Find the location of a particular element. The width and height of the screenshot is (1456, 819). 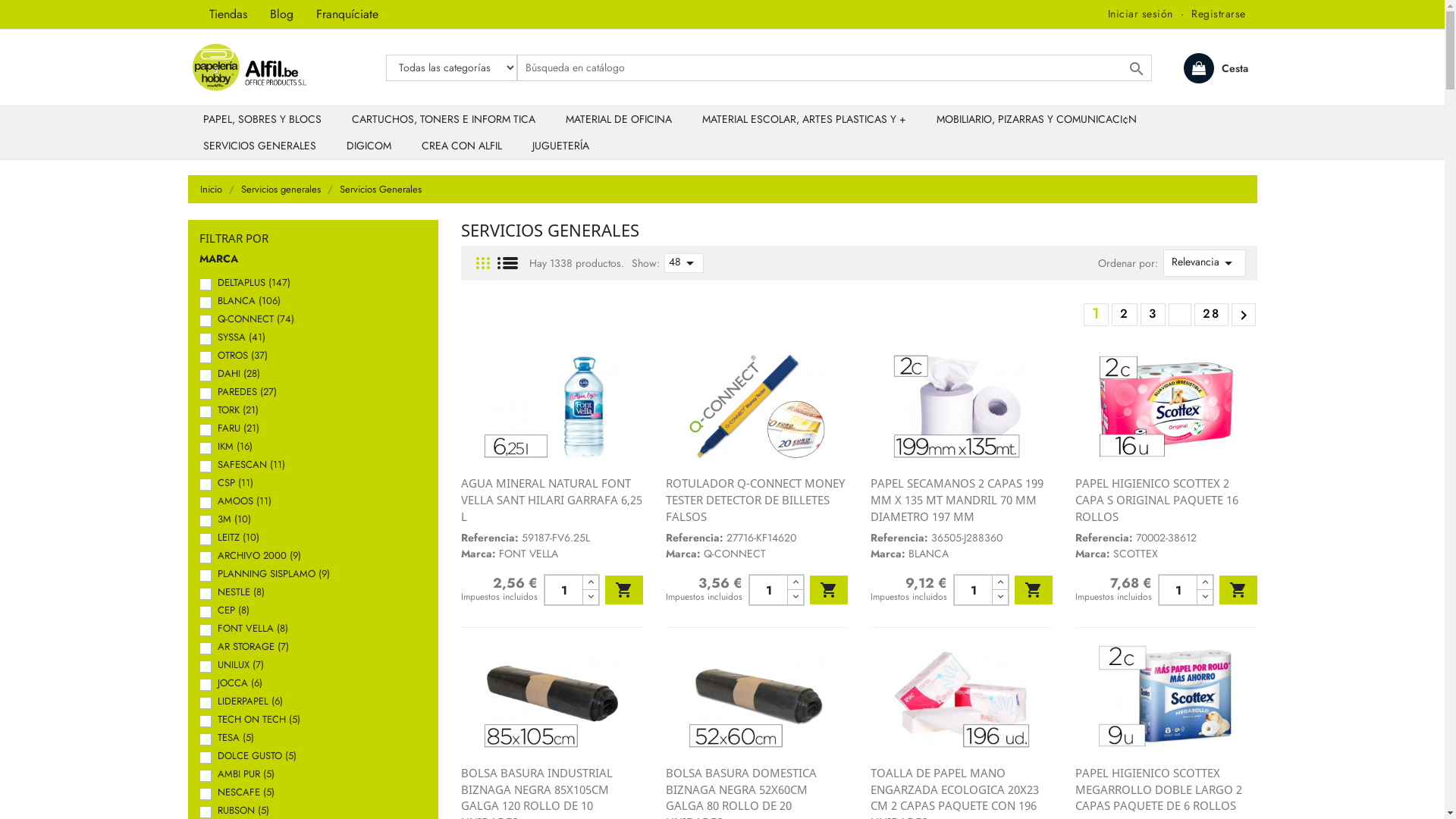

'CARTUCHOS, TONERS E INFORM TICA' is located at coordinates (443, 118).